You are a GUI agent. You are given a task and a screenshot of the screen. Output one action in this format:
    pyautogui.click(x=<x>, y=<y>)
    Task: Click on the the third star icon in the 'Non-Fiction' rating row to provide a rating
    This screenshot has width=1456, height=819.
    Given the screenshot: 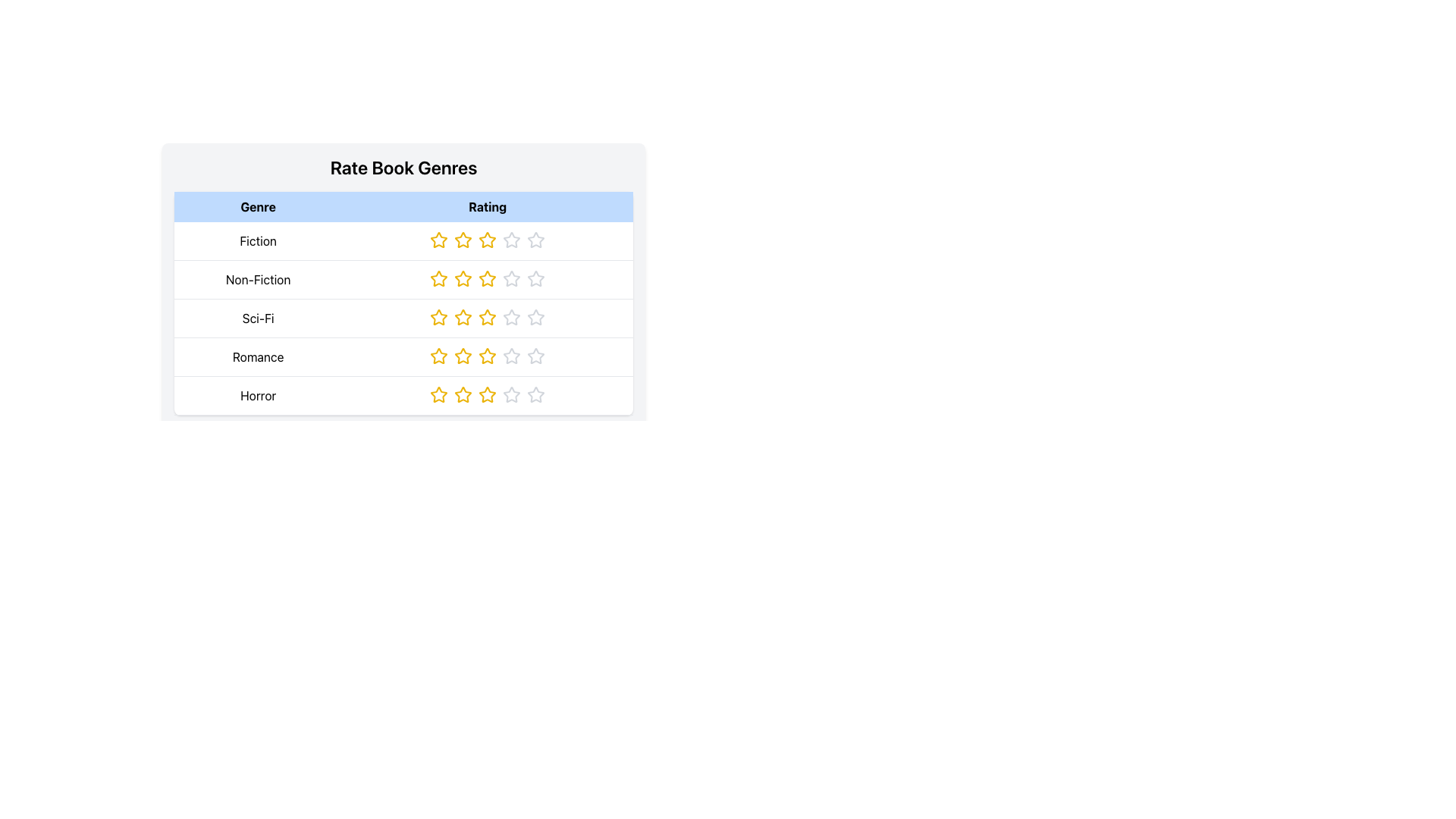 What is the action you would take?
    pyautogui.click(x=536, y=278)
    